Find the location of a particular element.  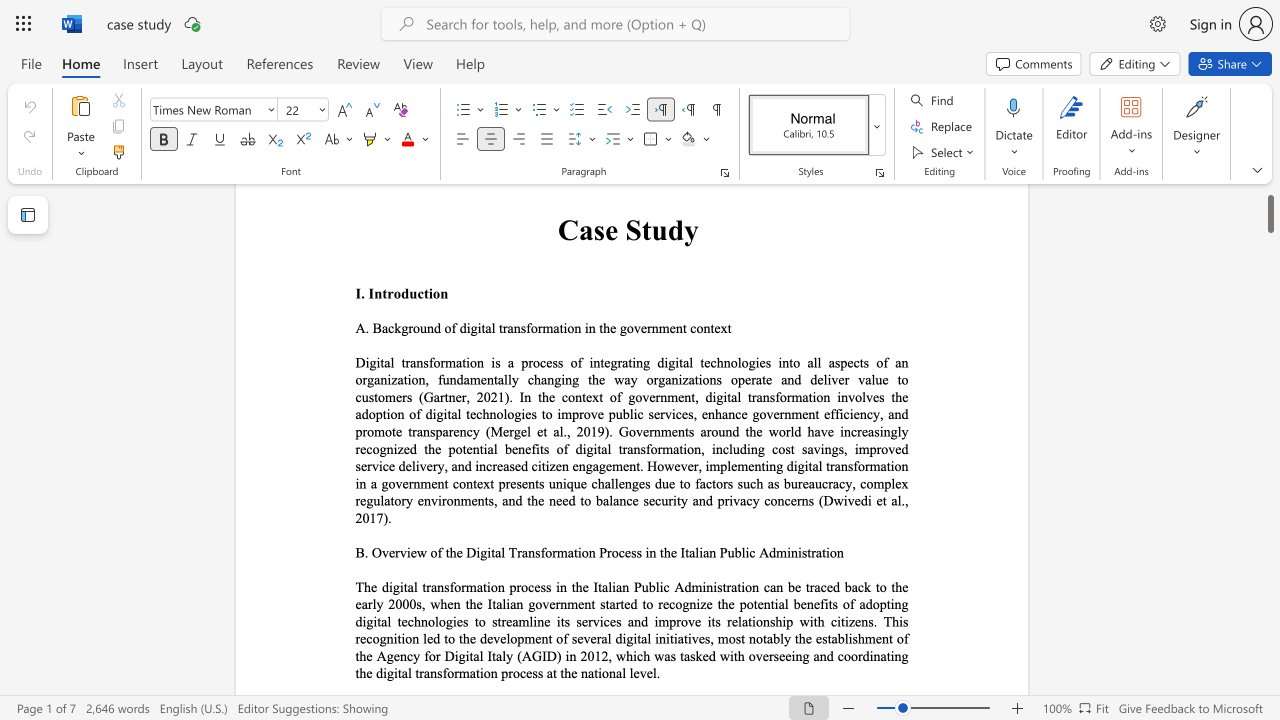

the scrollbar and move up 10 pixels is located at coordinates (1269, 205).